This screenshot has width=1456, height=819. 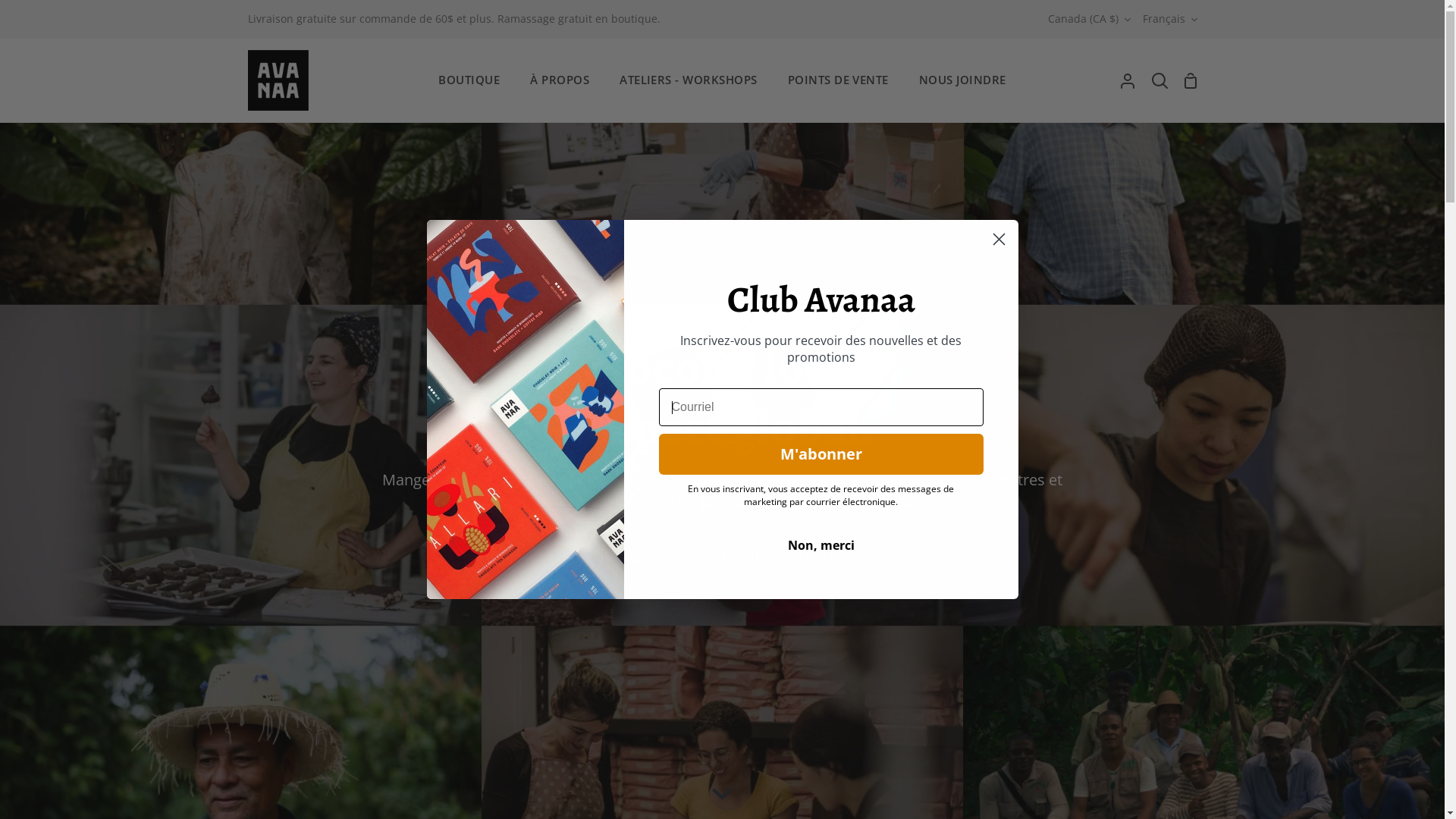 What do you see at coordinates (658, 453) in the screenshot?
I see `'M'abonner'` at bounding box center [658, 453].